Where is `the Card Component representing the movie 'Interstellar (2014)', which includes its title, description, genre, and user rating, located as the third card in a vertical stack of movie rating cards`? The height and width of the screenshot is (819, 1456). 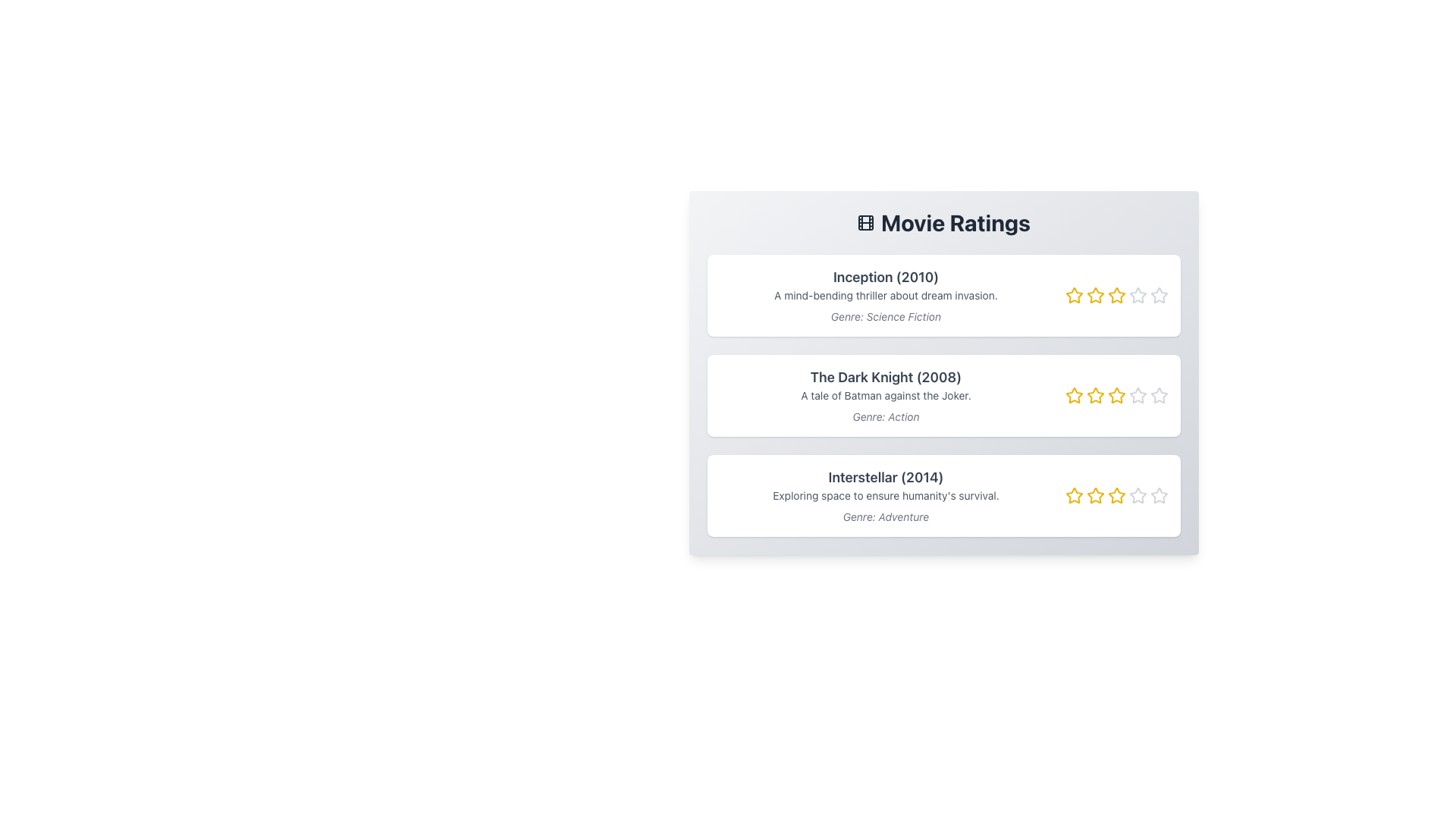
the Card Component representing the movie 'Interstellar (2014)', which includes its title, description, genre, and user rating, located as the third card in a vertical stack of movie rating cards is located at coordinates (943, 496).